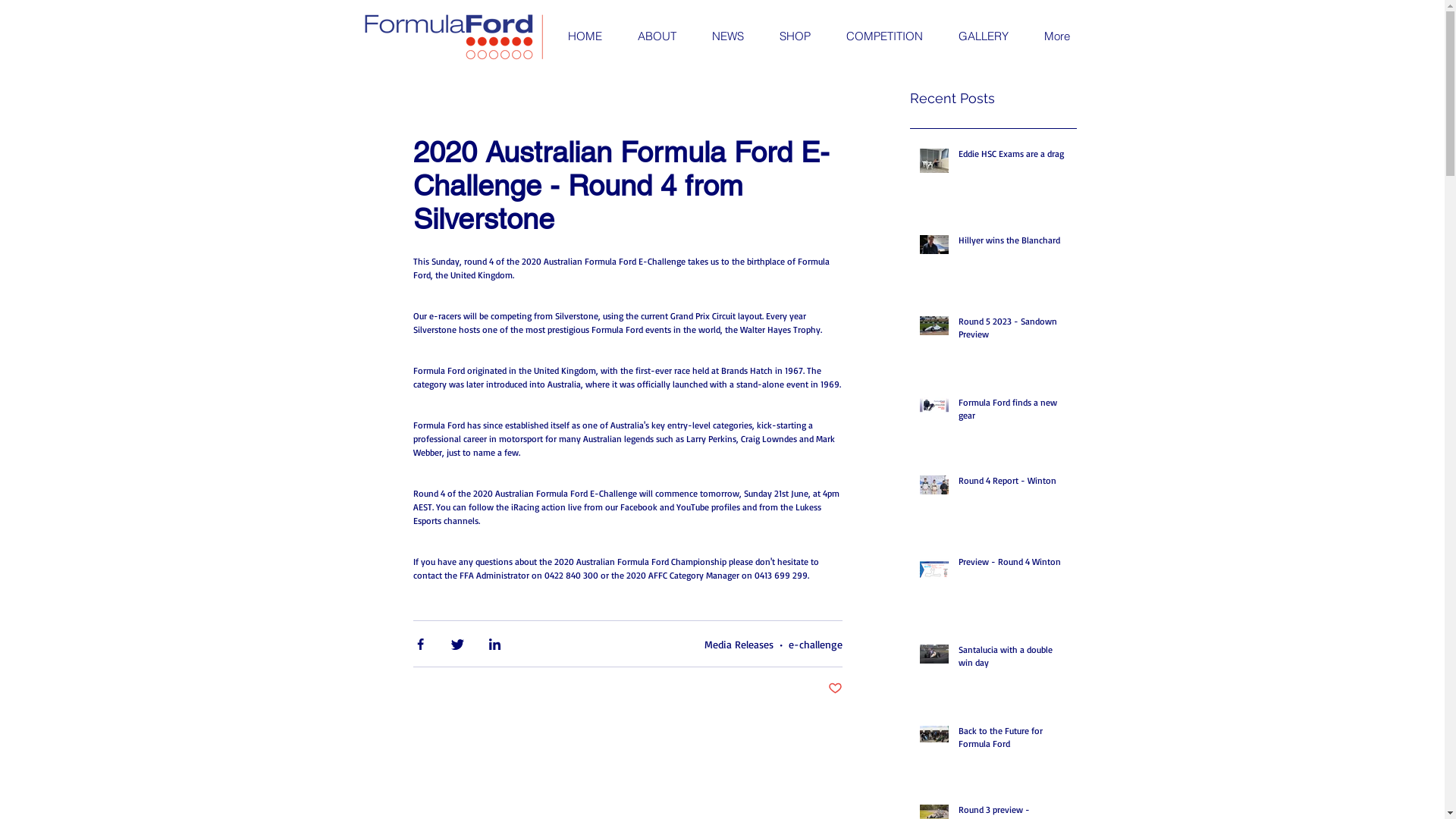 The width and height of the screenshot is (1456, 819). What do you see at coordinates (983, 35) in the screenshot?
I see `'GALLERY'` at bounding box center [983, 35].